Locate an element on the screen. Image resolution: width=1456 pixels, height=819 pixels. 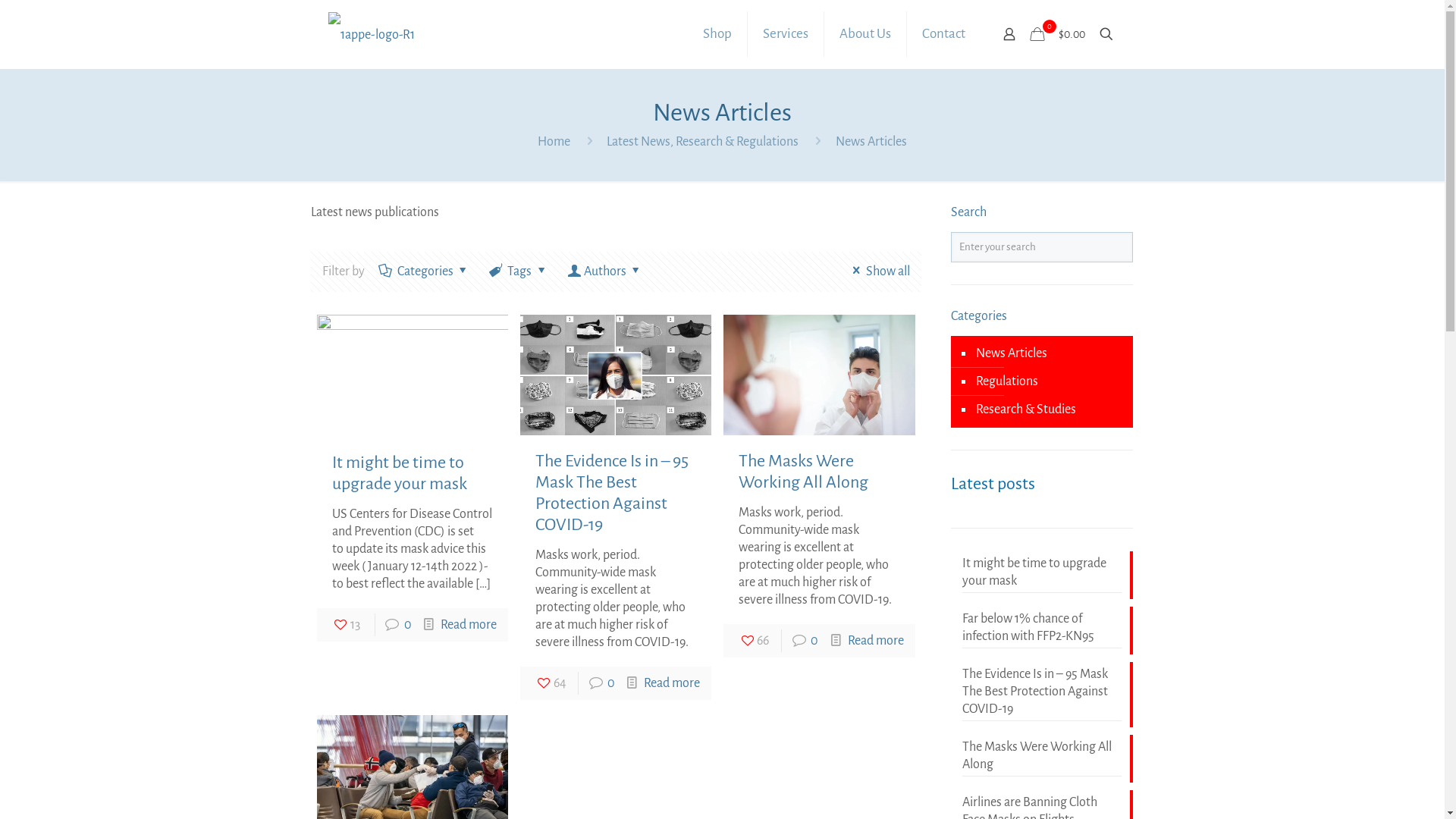
'Categories' is located at coordinates (425, 271).